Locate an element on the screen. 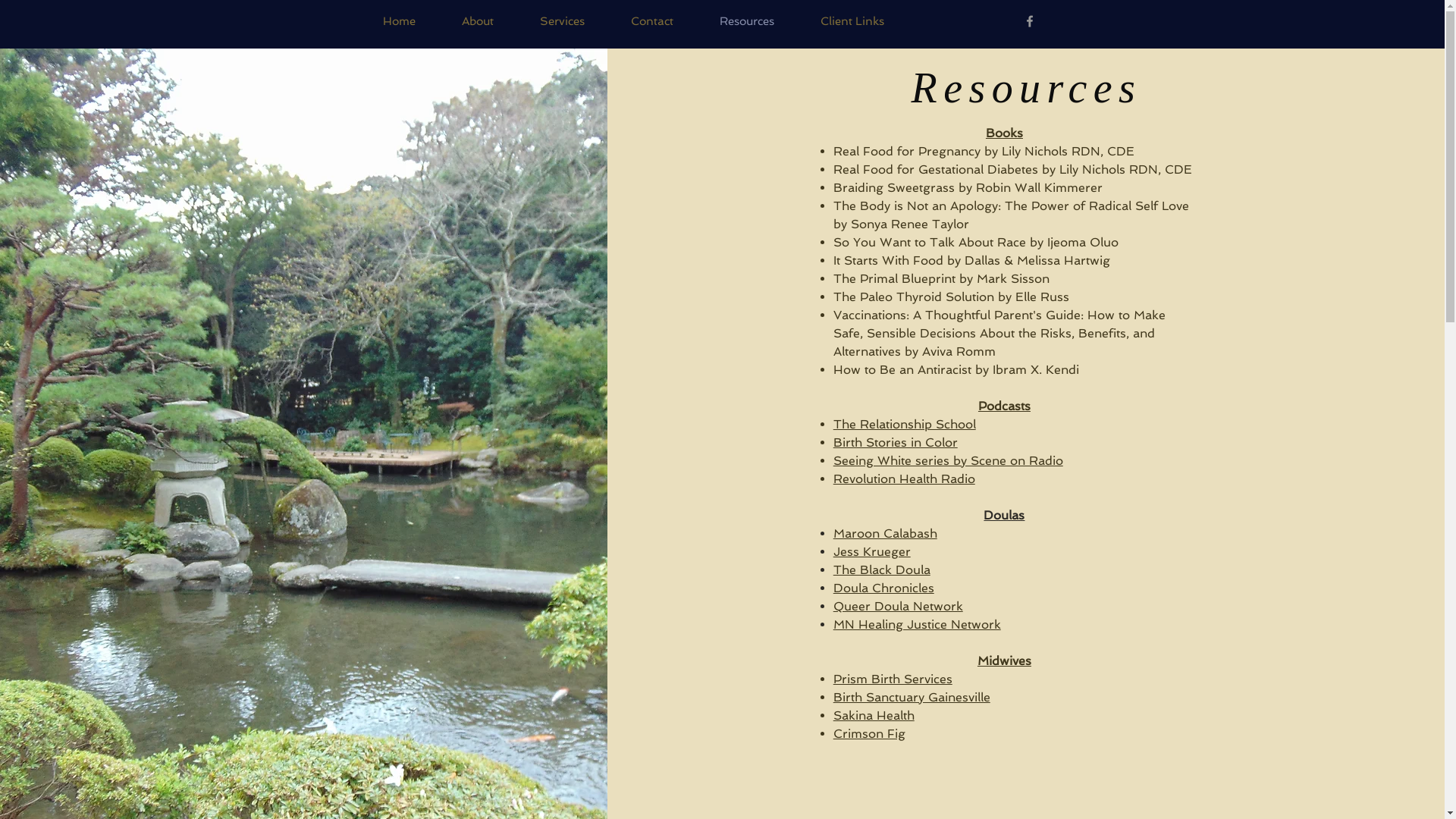 The image size is (1456, 819). 'Jess Krueger' is located at coordinates (872, 551).